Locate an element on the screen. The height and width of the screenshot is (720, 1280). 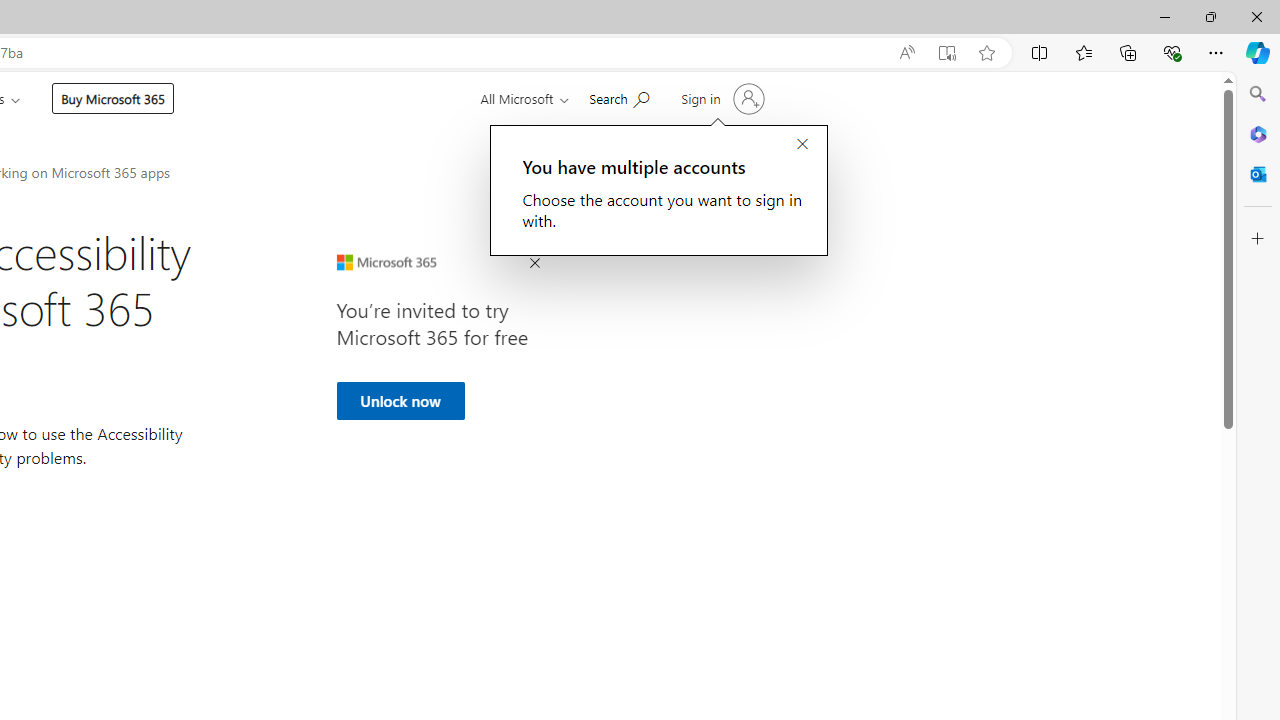
'Read aloud this page (Ctrl+Shift+U)' is located at coordinates (905, 52).